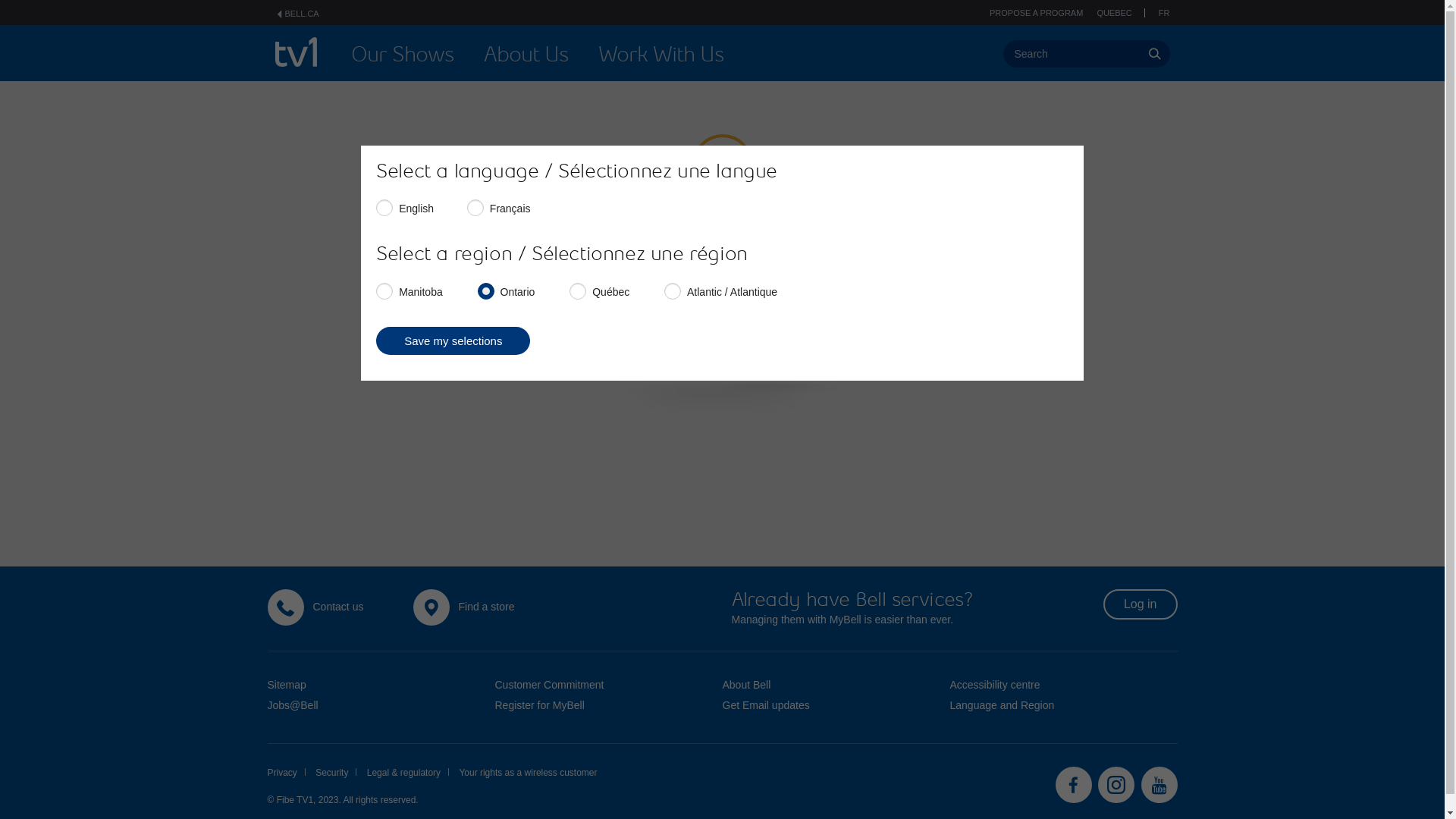 This screenshot has height=819, width=1456. What do you see at coordinates (745, 684) in the screenshot?
I see `'About Bell'` at bounding box center [745, 684].